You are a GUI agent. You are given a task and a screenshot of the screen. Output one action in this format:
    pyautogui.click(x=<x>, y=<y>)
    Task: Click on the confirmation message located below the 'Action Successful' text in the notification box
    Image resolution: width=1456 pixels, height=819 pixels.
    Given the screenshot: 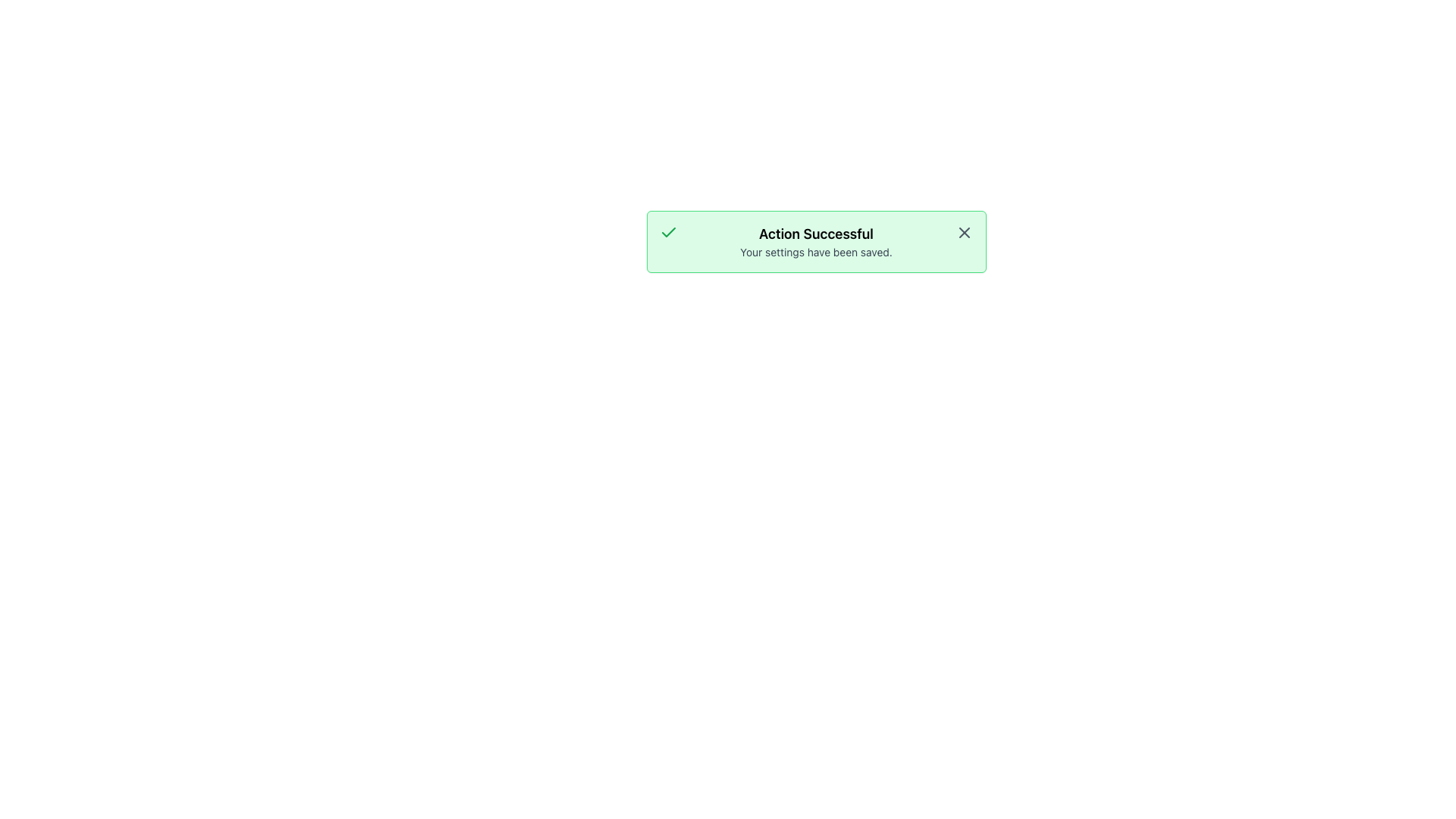 What is the action you would take?
    pyautogui.click(x=815, y=251)
    